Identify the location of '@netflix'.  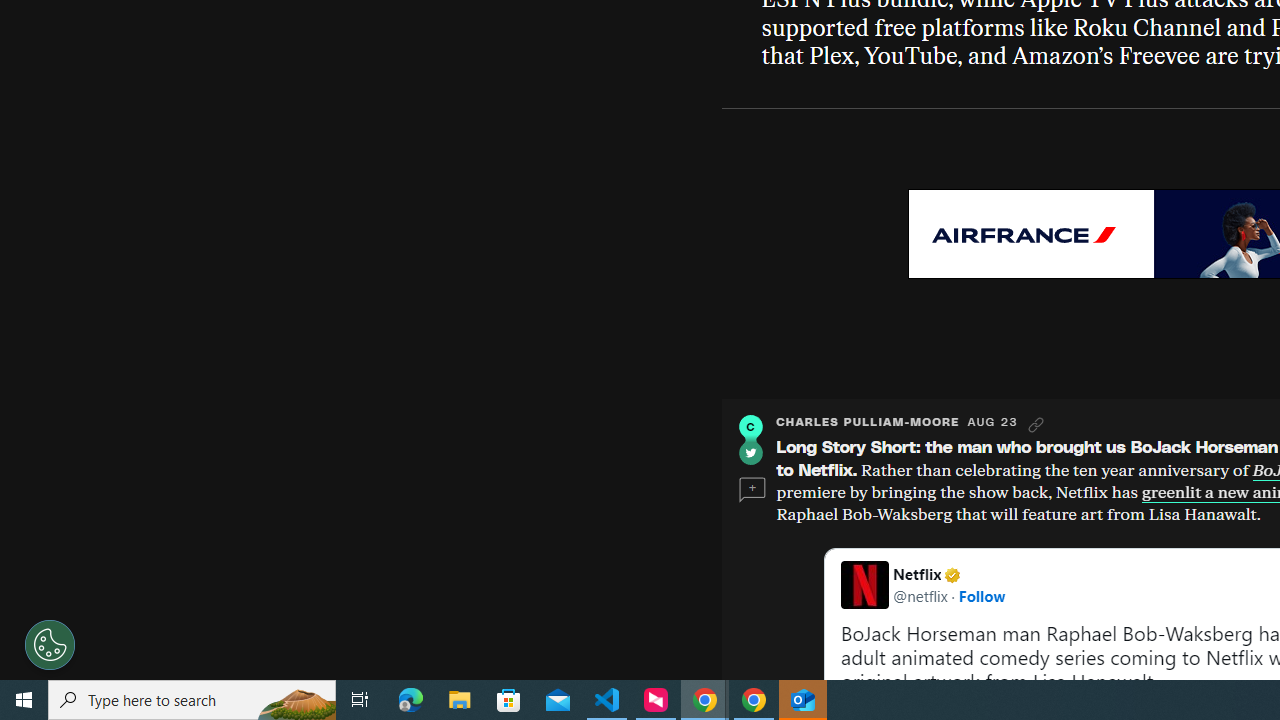
(919, 594).